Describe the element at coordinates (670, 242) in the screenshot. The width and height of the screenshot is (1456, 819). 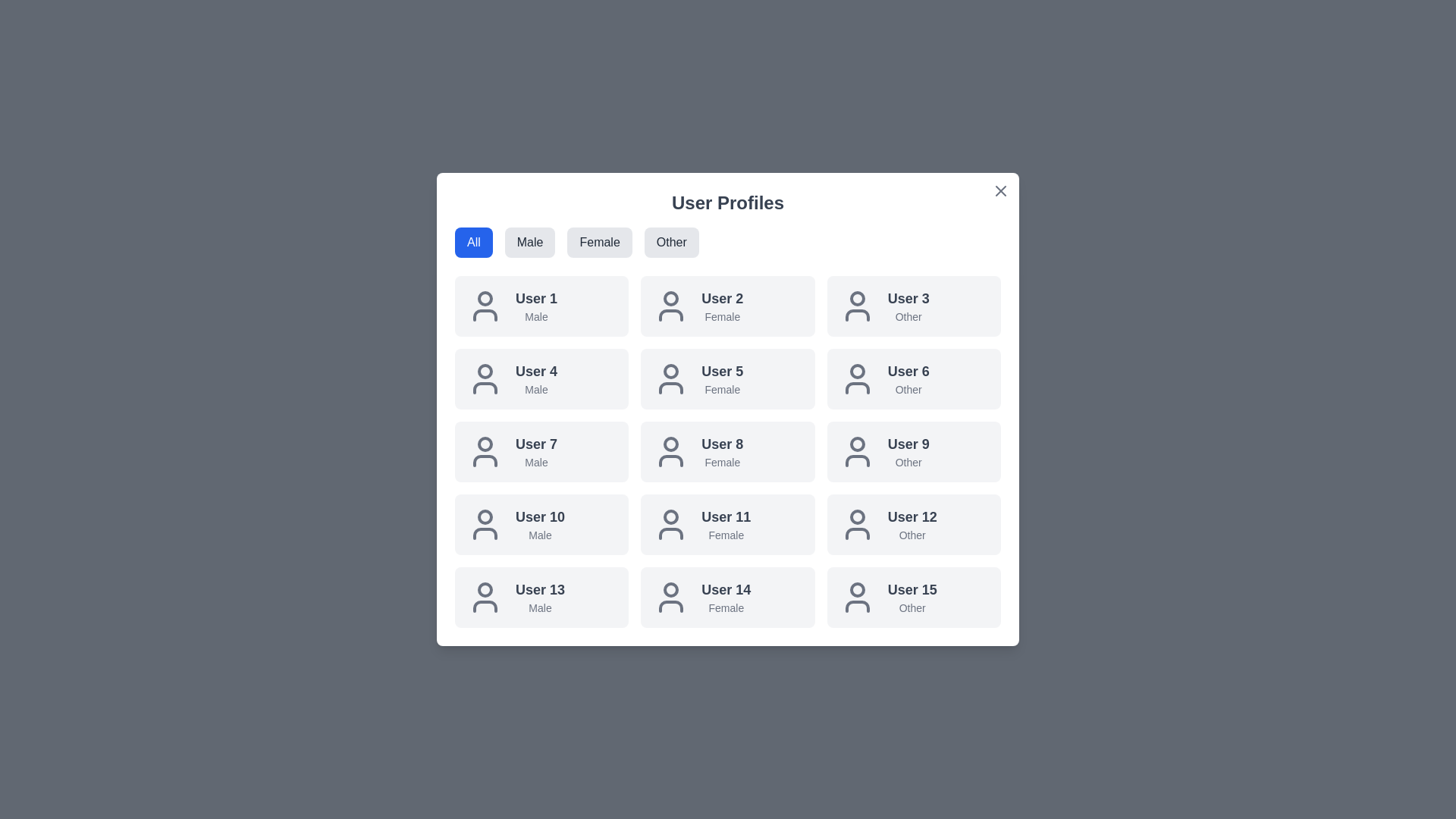
I see `the gender filter button labeled Other` at that location.